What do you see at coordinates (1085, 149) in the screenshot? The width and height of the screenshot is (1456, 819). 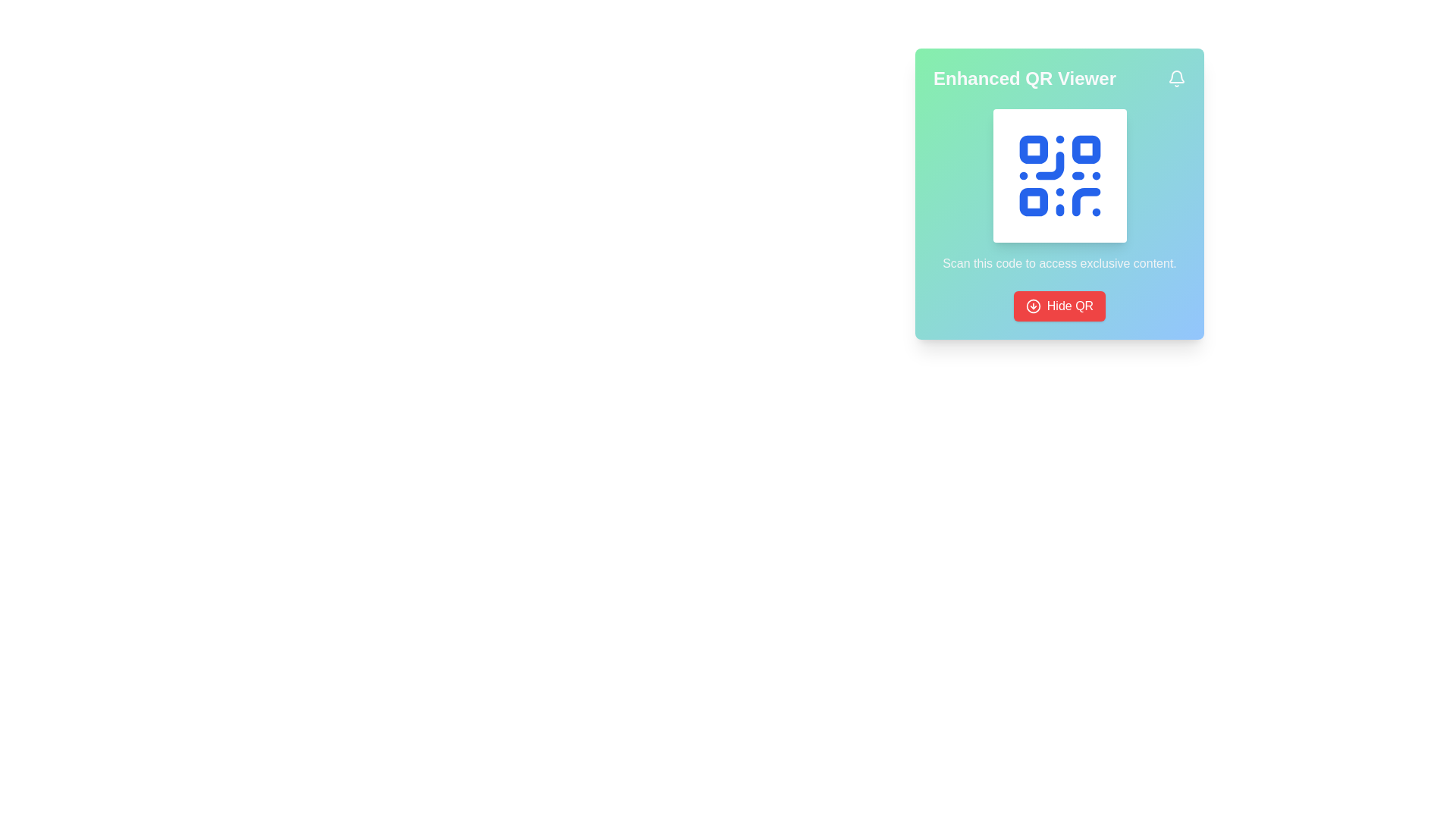 I see `the small blue square with rounded corners located in the upper right corner of the QR code design, which is the second small square among the four corners` at bounding box center [1085, 149].